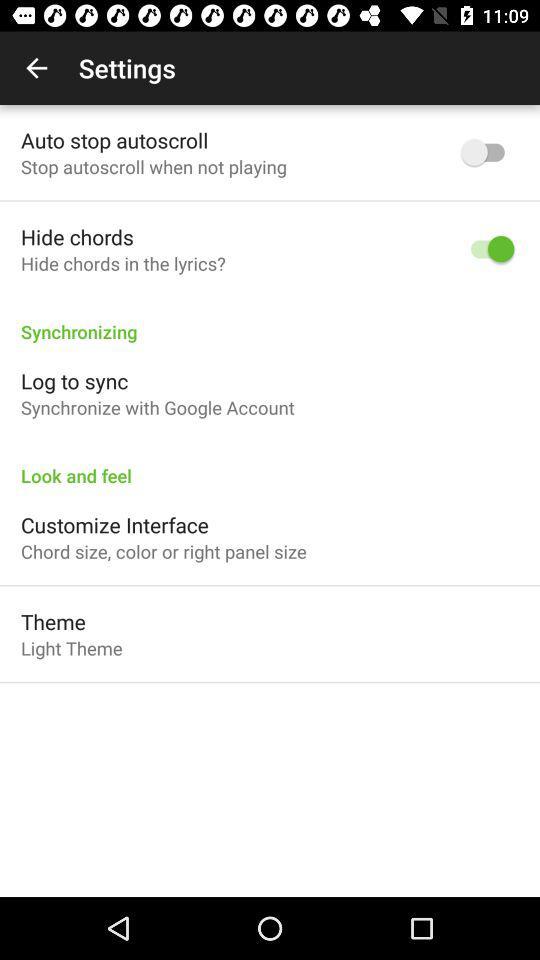 This screenshot has height=960, width=540. Describe the element at coordinates (162, 551) in the screenshot. I see `the item above theme` at that location.